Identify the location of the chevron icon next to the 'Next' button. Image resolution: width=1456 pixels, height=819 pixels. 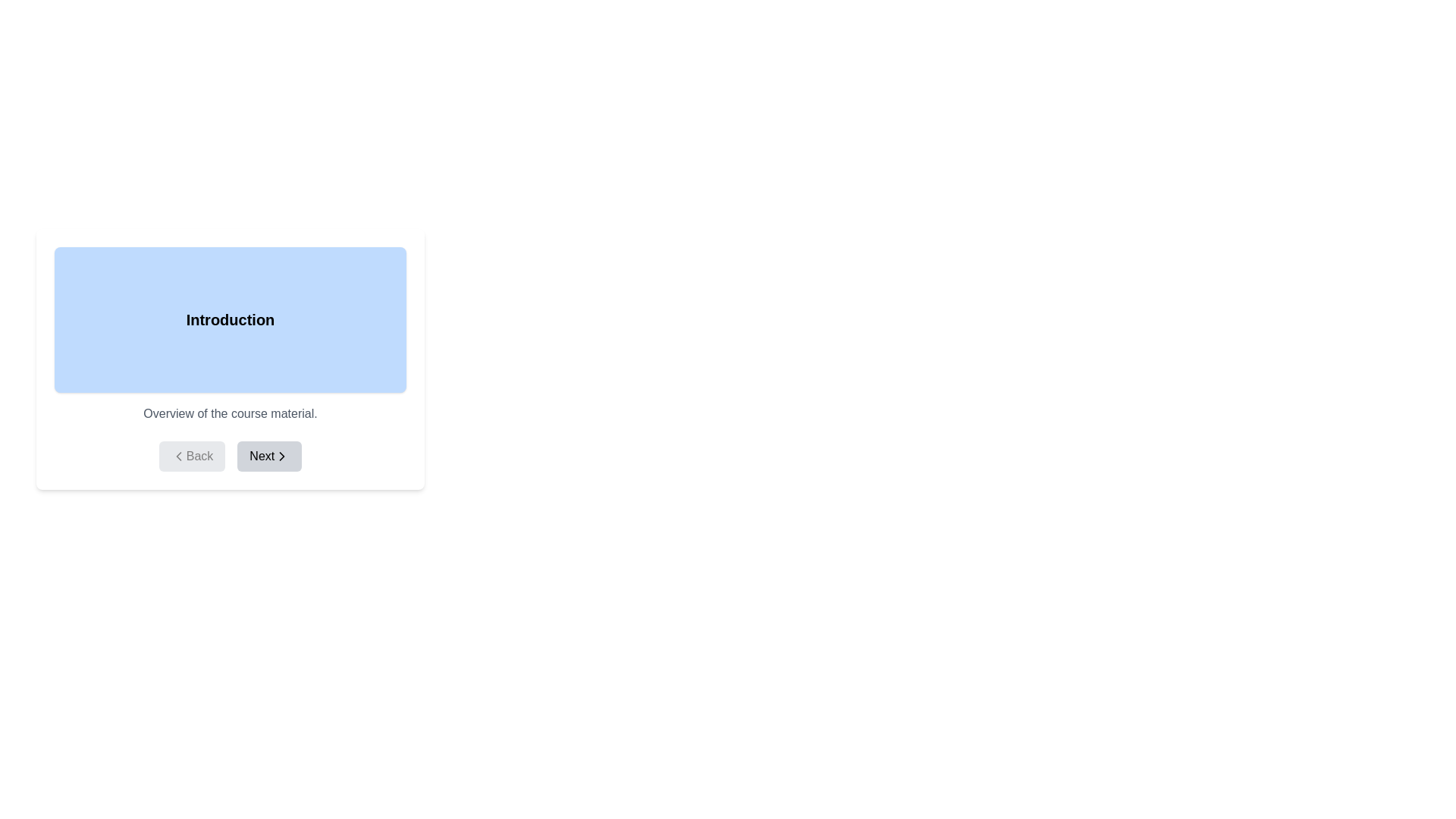
(282, 455).